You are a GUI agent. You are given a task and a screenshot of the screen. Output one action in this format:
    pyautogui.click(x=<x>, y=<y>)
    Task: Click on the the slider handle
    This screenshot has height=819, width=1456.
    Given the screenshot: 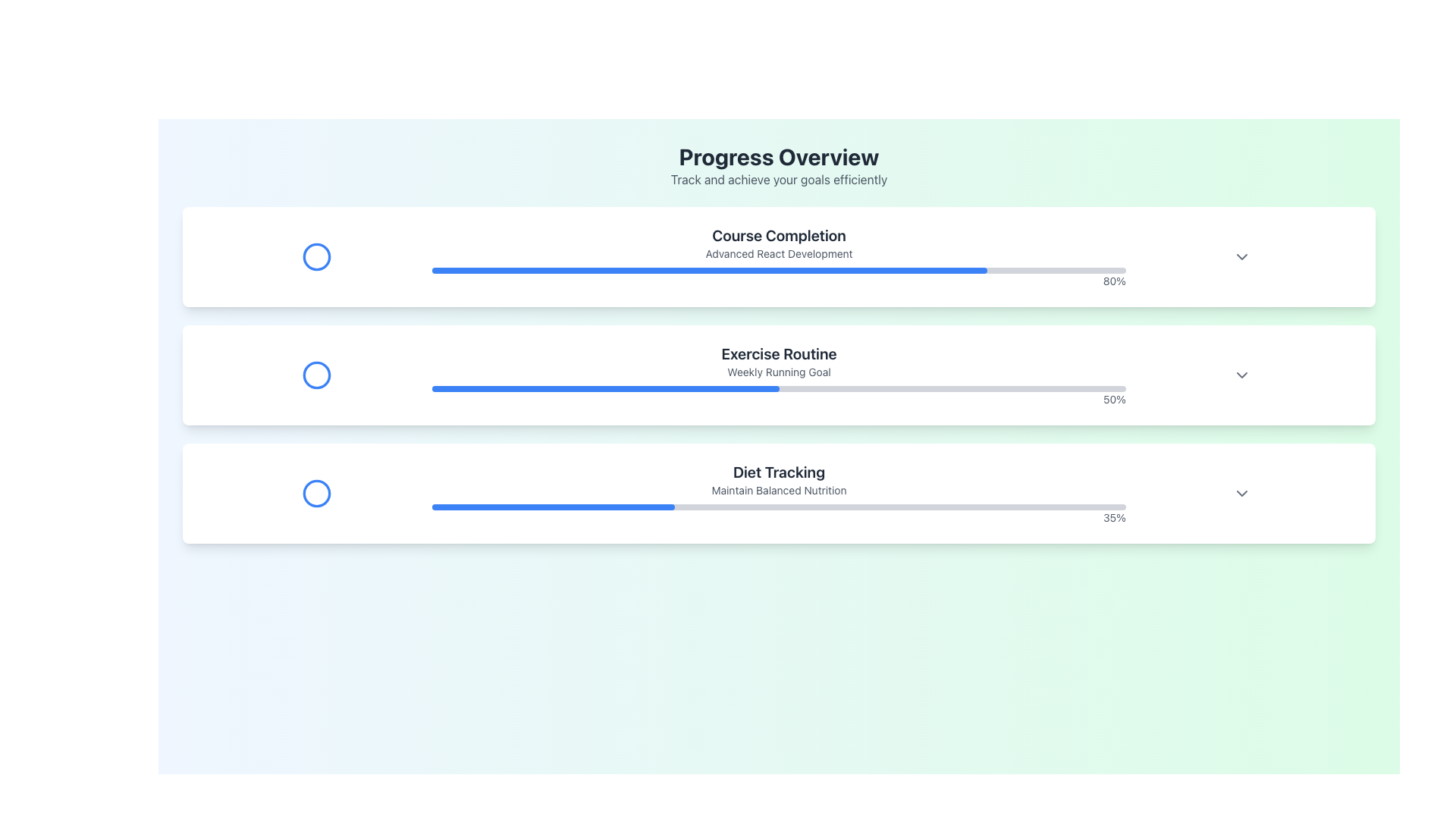 What is the action you would take?
    pyautogui.click(x=425, y=256)
    